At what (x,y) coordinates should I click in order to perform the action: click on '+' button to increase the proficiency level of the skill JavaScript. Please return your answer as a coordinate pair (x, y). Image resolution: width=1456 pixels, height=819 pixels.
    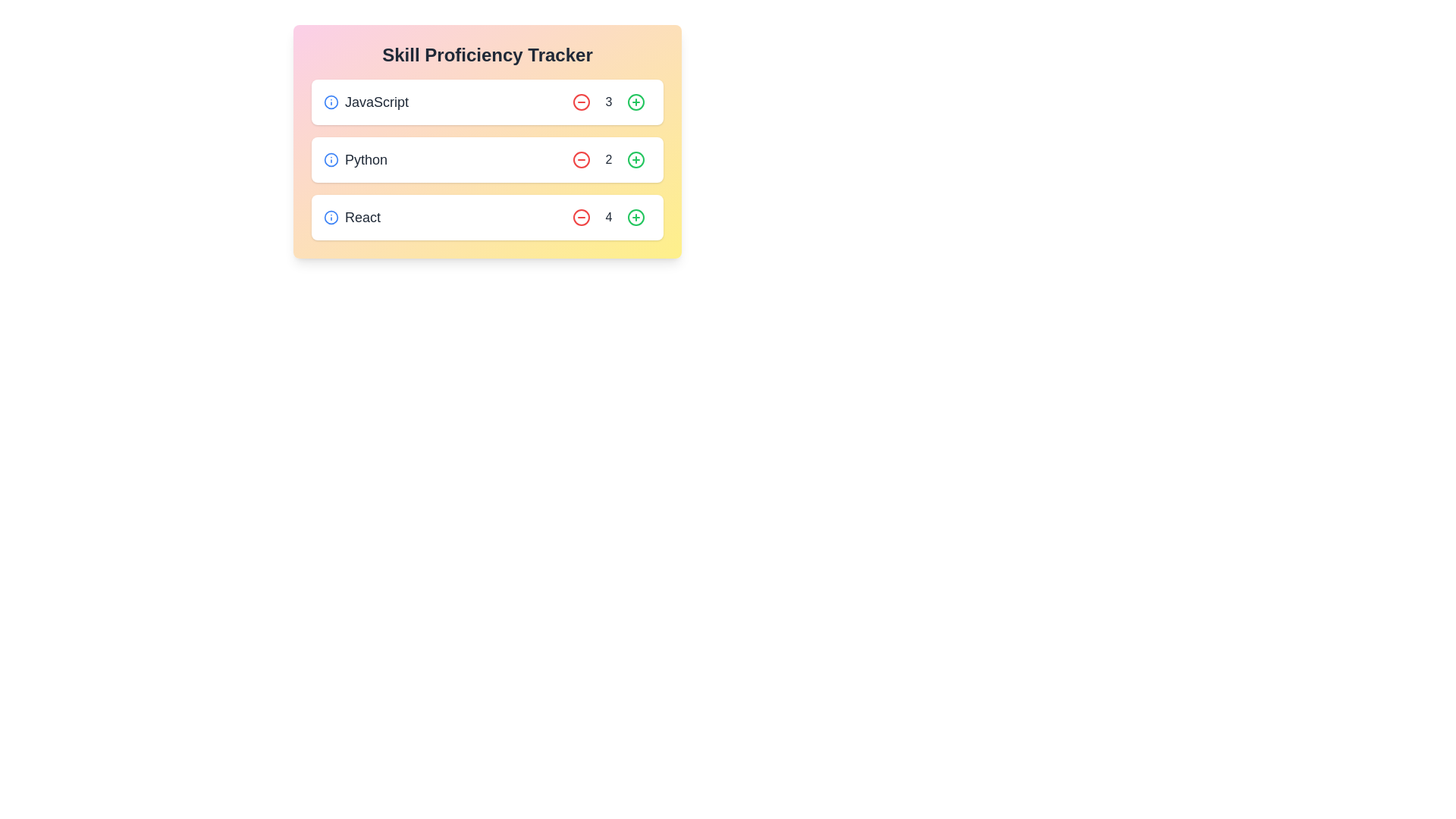
    Looking at the image, I should click on (636, 102).